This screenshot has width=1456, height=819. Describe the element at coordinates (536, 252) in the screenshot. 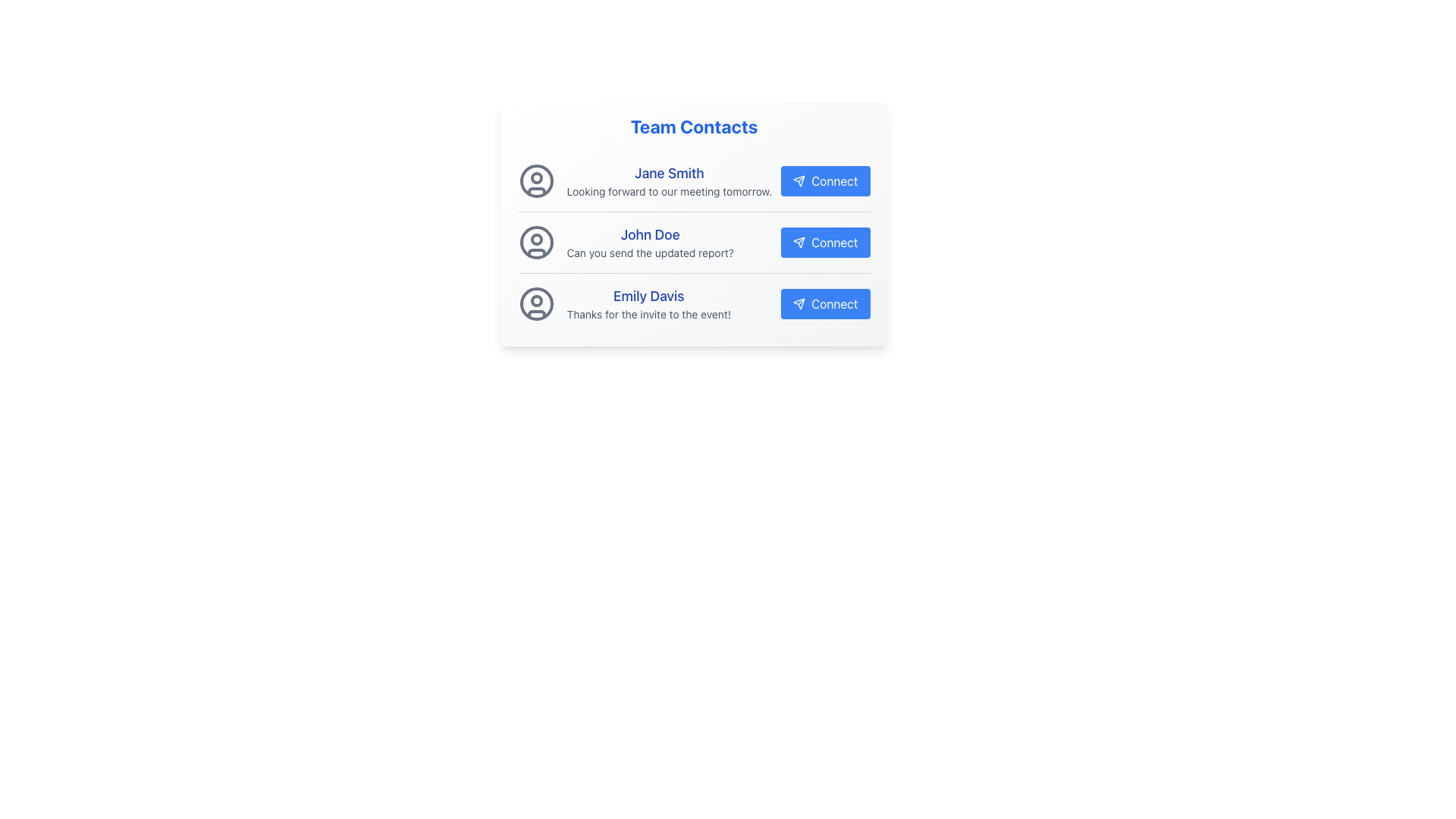

I see `the body component of the user profile icon located in the lower half of the second user icon for 'John Doe'` at that location.